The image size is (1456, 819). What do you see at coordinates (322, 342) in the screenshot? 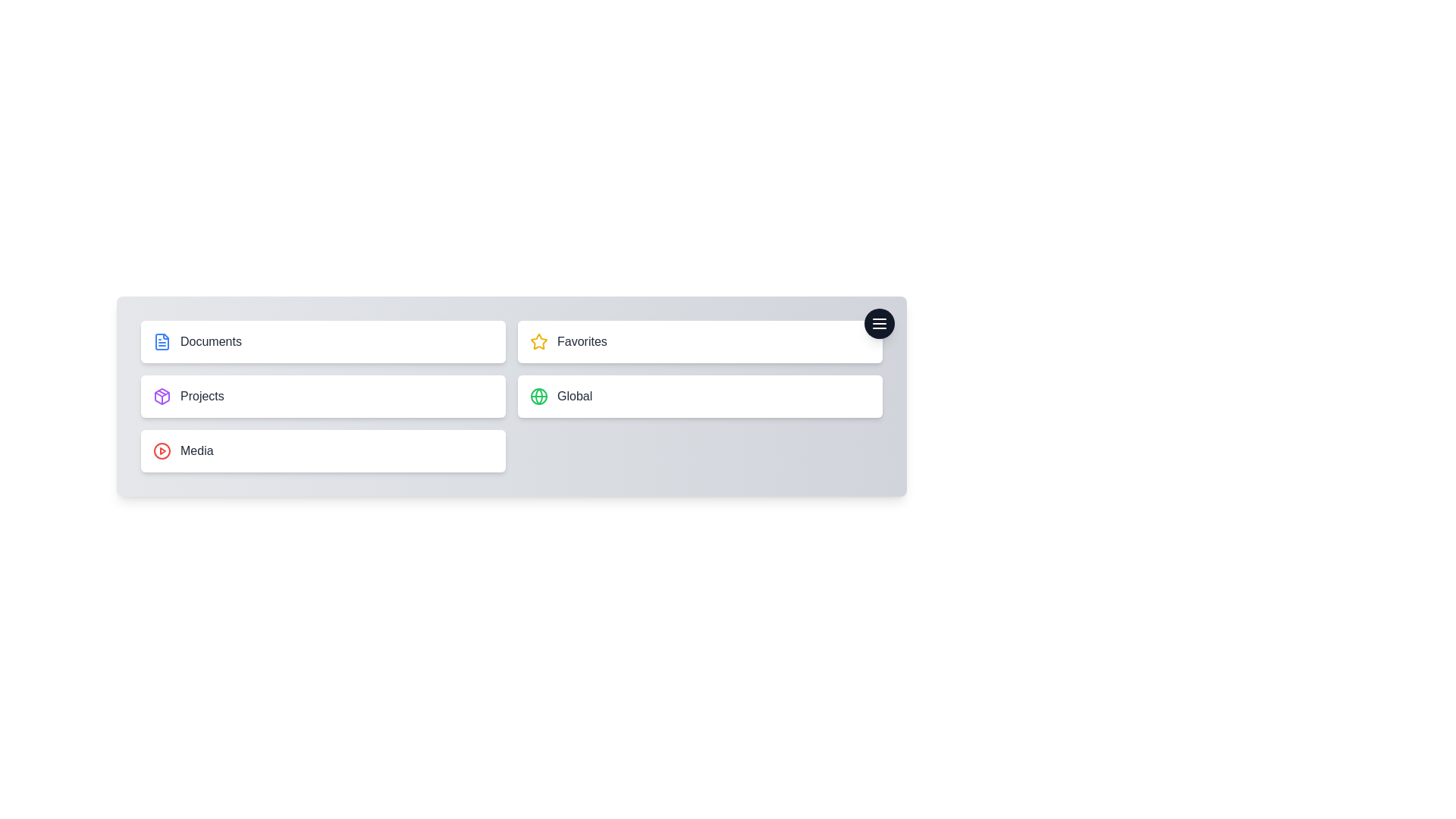
I see `the menu item labeled Documents` at bounding box center [322, 342].